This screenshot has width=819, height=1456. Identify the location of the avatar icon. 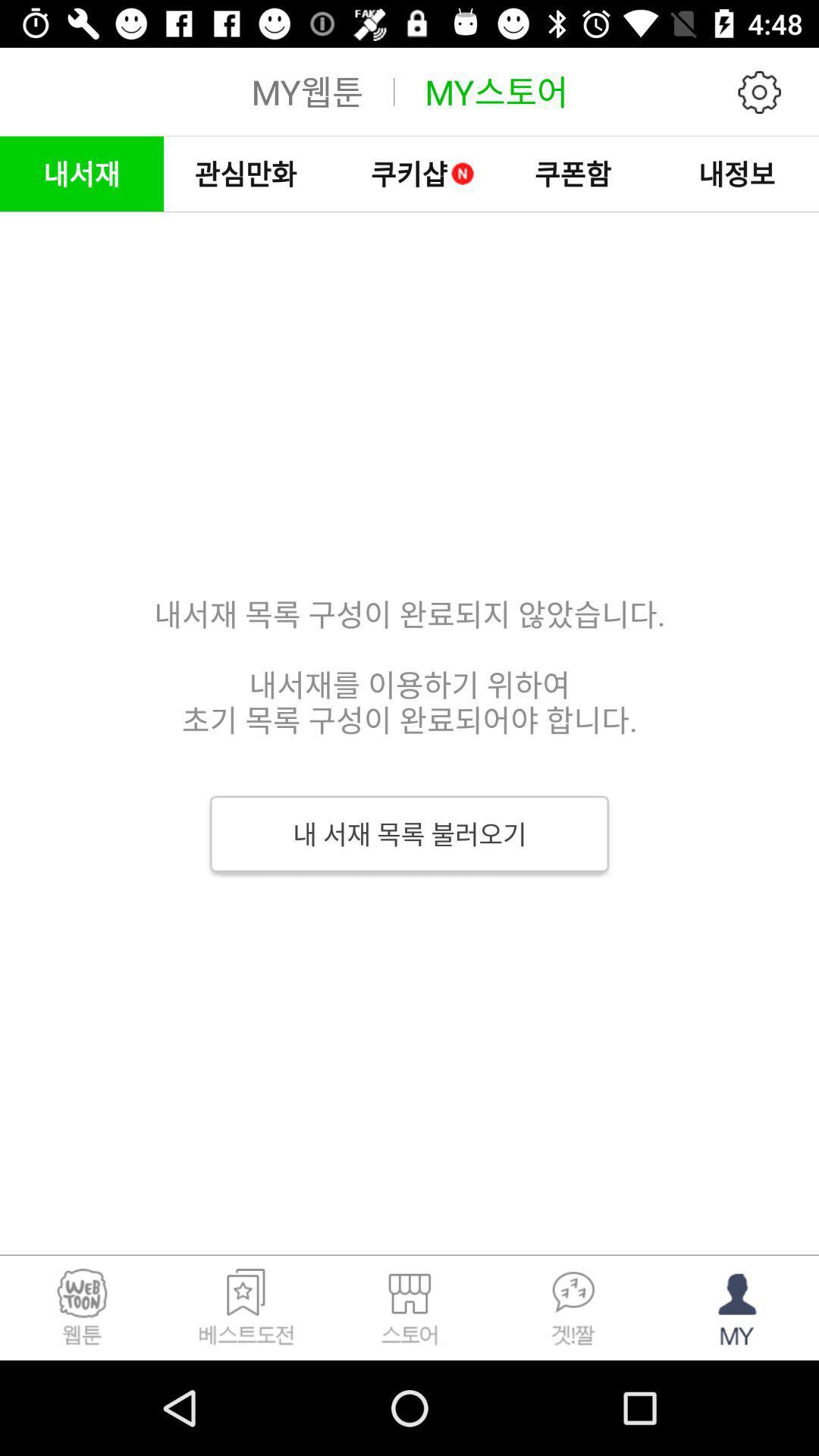
(736, 1307).